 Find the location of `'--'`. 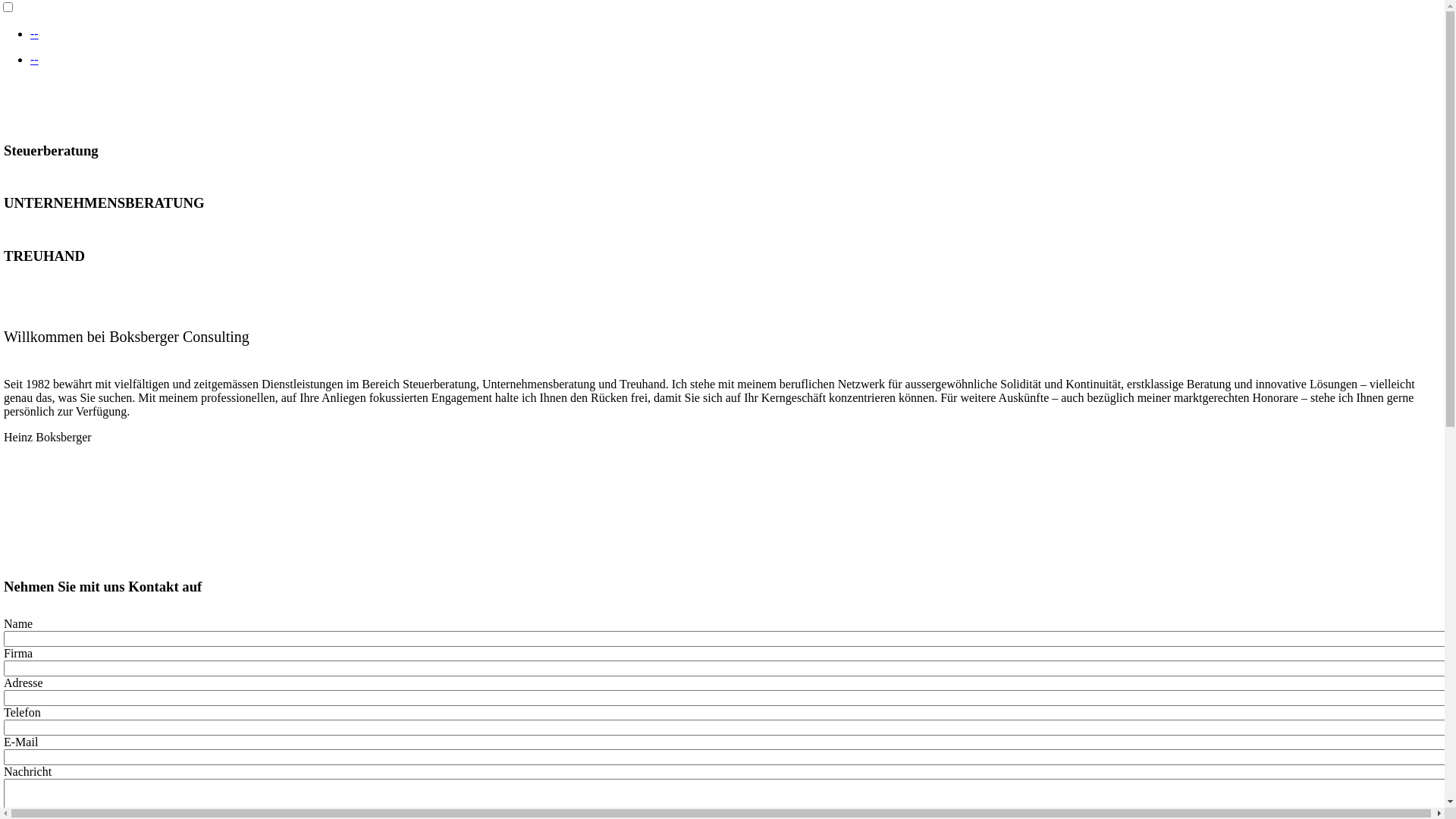

'--' is located at coordinates (34, 58).